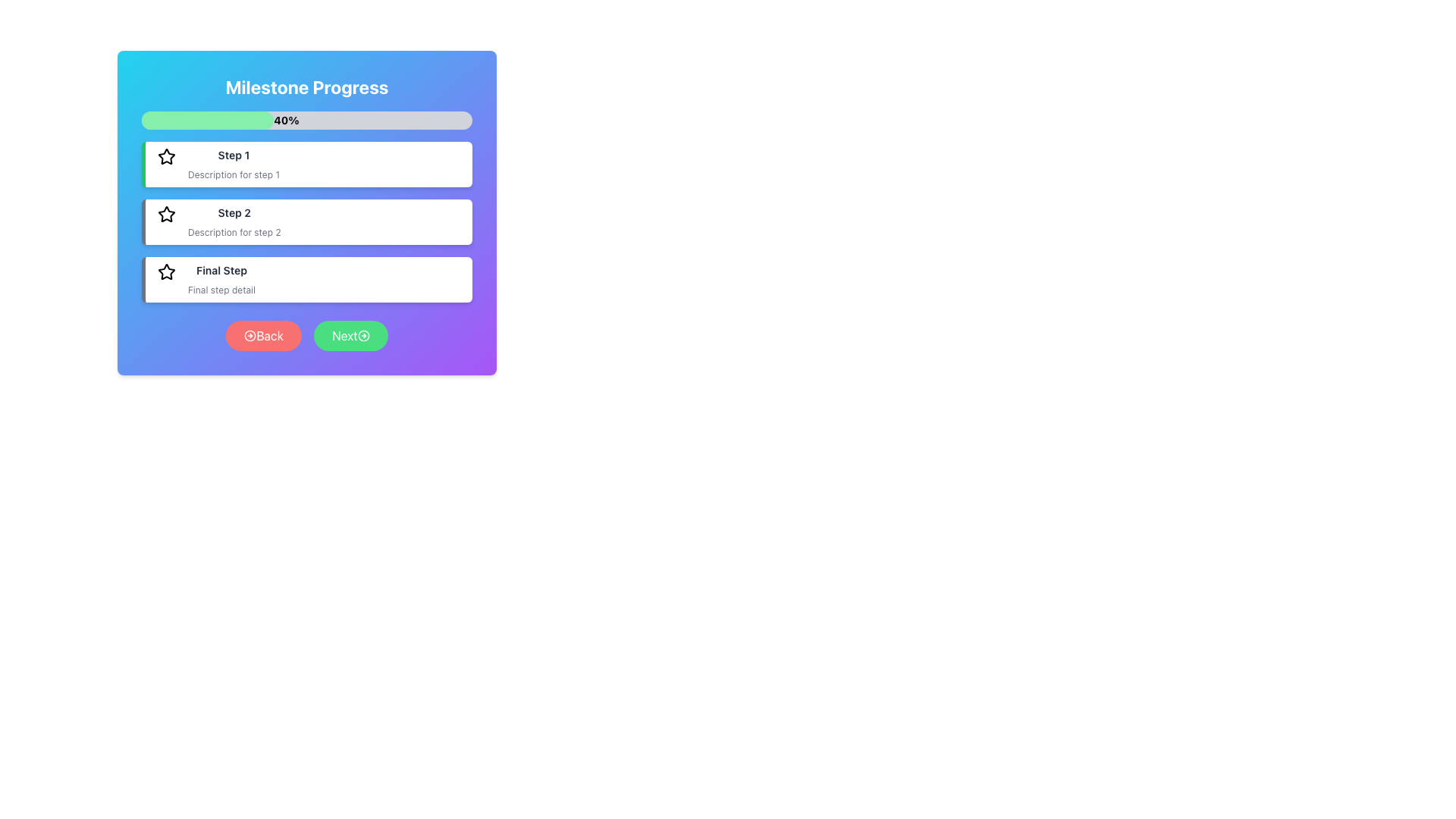  Describe the element at coordinates (221, 270) in the screenshot. I see `the text label displaying 'Final Step', which is styled with a smaller bold font in dark gray color, located above the 'Back' and 'Next' buttons in the milestone progress interface` at that location.